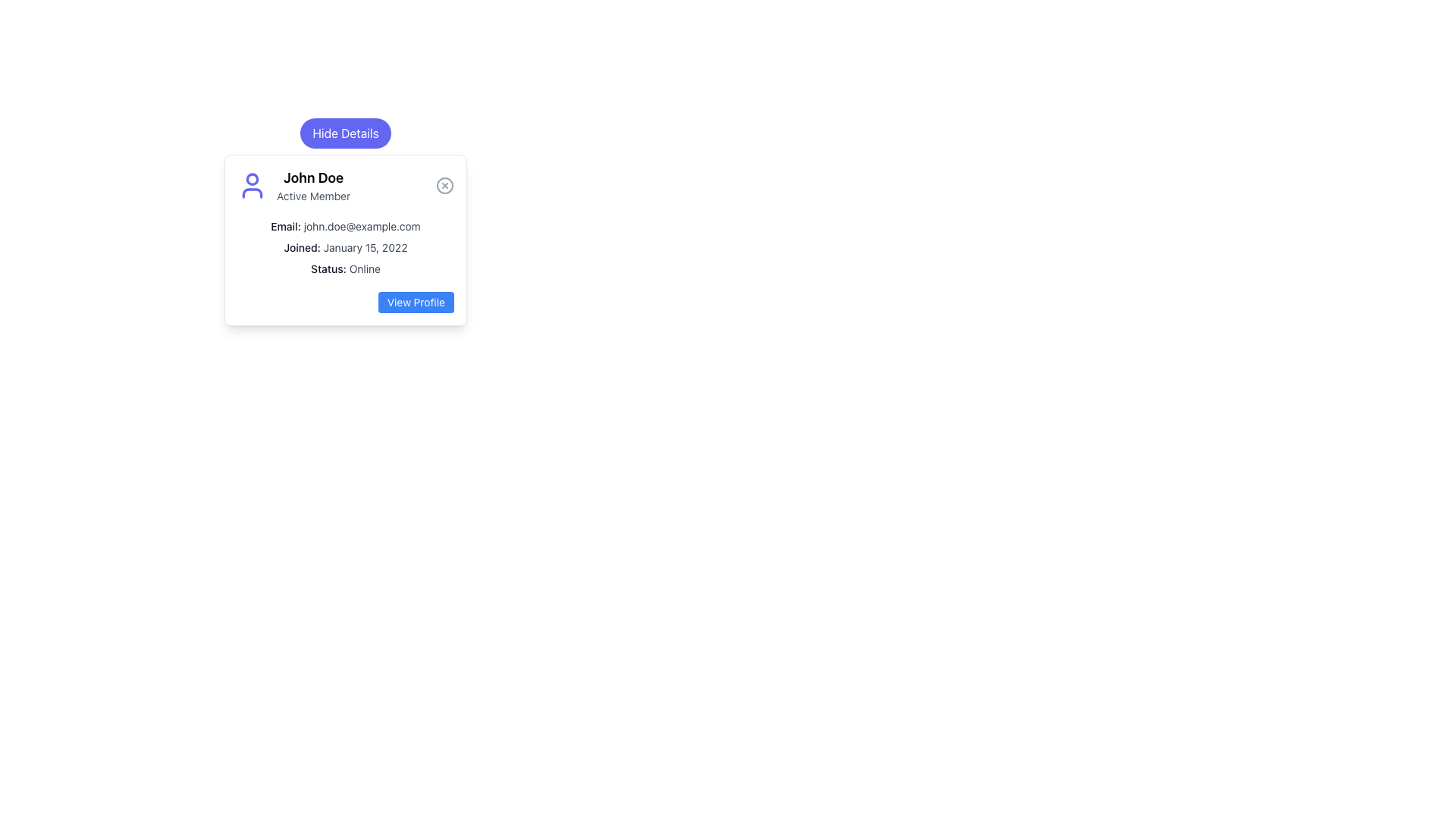 Image resolution: width=1456 pixels, height=819 pixels. Describe the element at coordinates (252, 185) in the screenshot. I see `the user icon located to the left of 'John Doe' in the profile card, which visually represents the user` at that location.